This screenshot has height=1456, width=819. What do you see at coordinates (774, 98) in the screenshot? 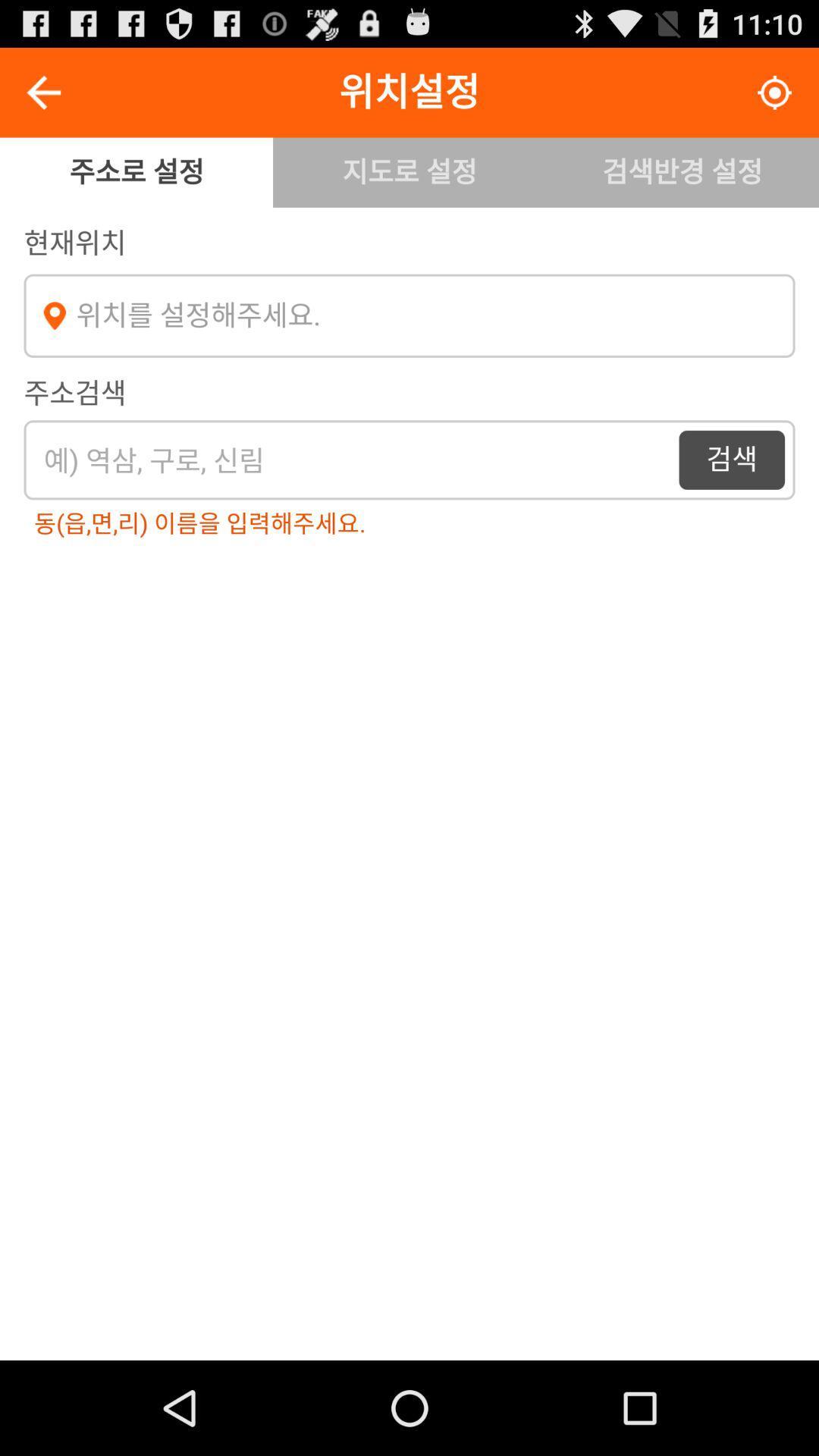
I see `the location_crosshair icon` at bounding box center [774, 98].